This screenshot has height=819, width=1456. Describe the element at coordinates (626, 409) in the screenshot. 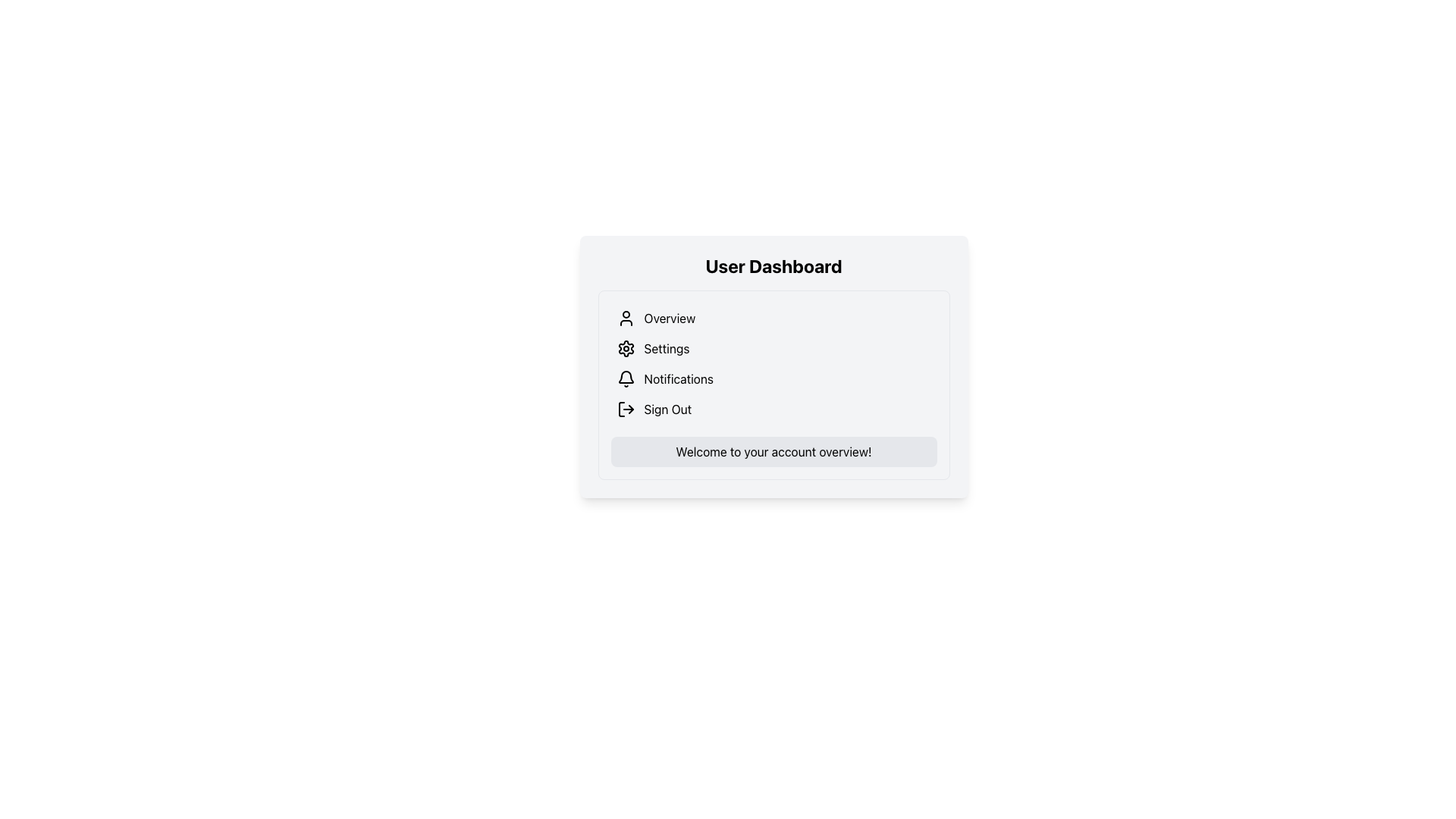

I see `the right-pointing arrow SVG icon located to the left of the 'Sign Out' option in the 'User Dashboard' menu` at that location.